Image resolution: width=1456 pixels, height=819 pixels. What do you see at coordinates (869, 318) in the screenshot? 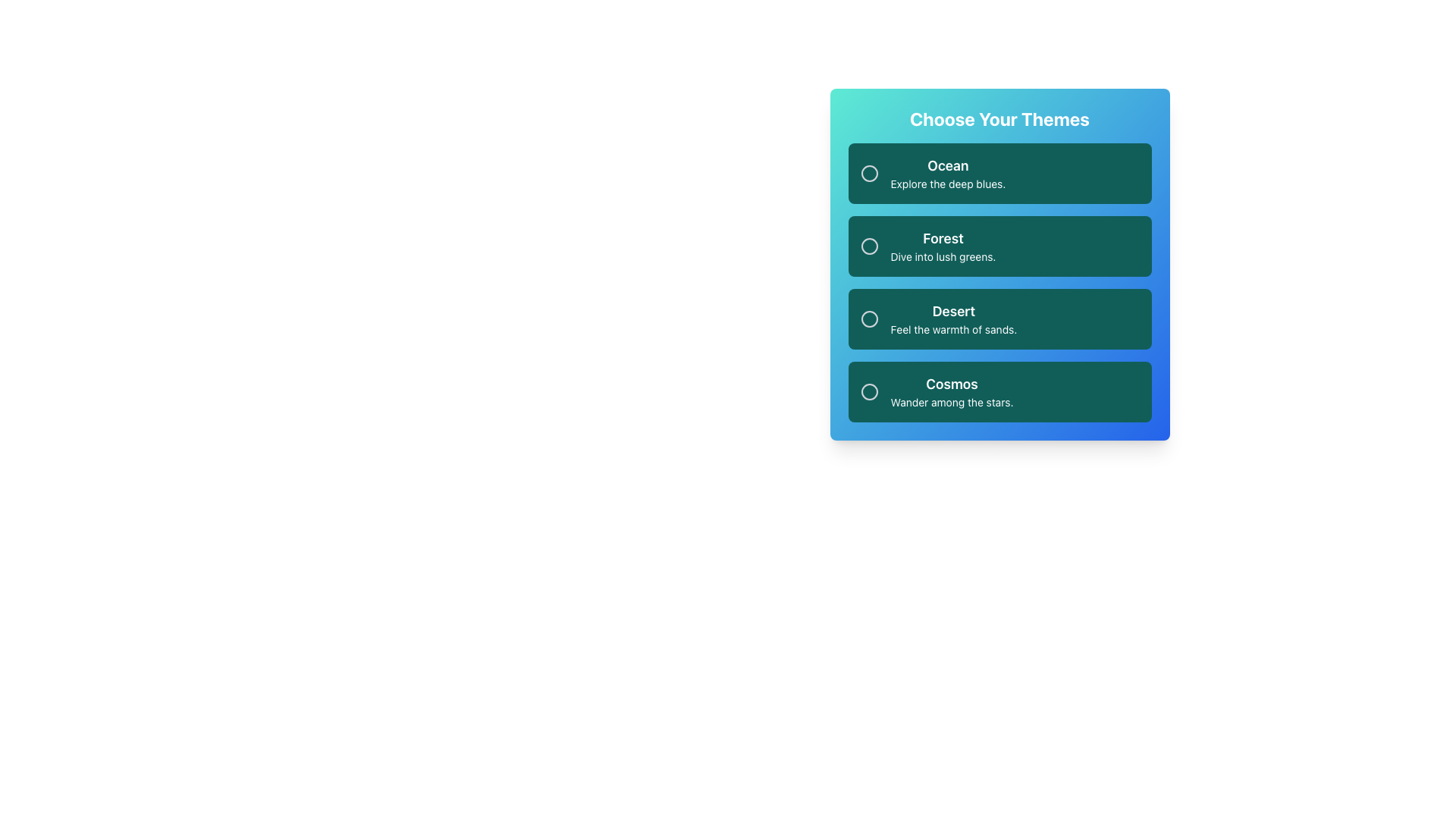
I see `the radio button indicating the 'Desert' theme` at bounding box center [869, 318].